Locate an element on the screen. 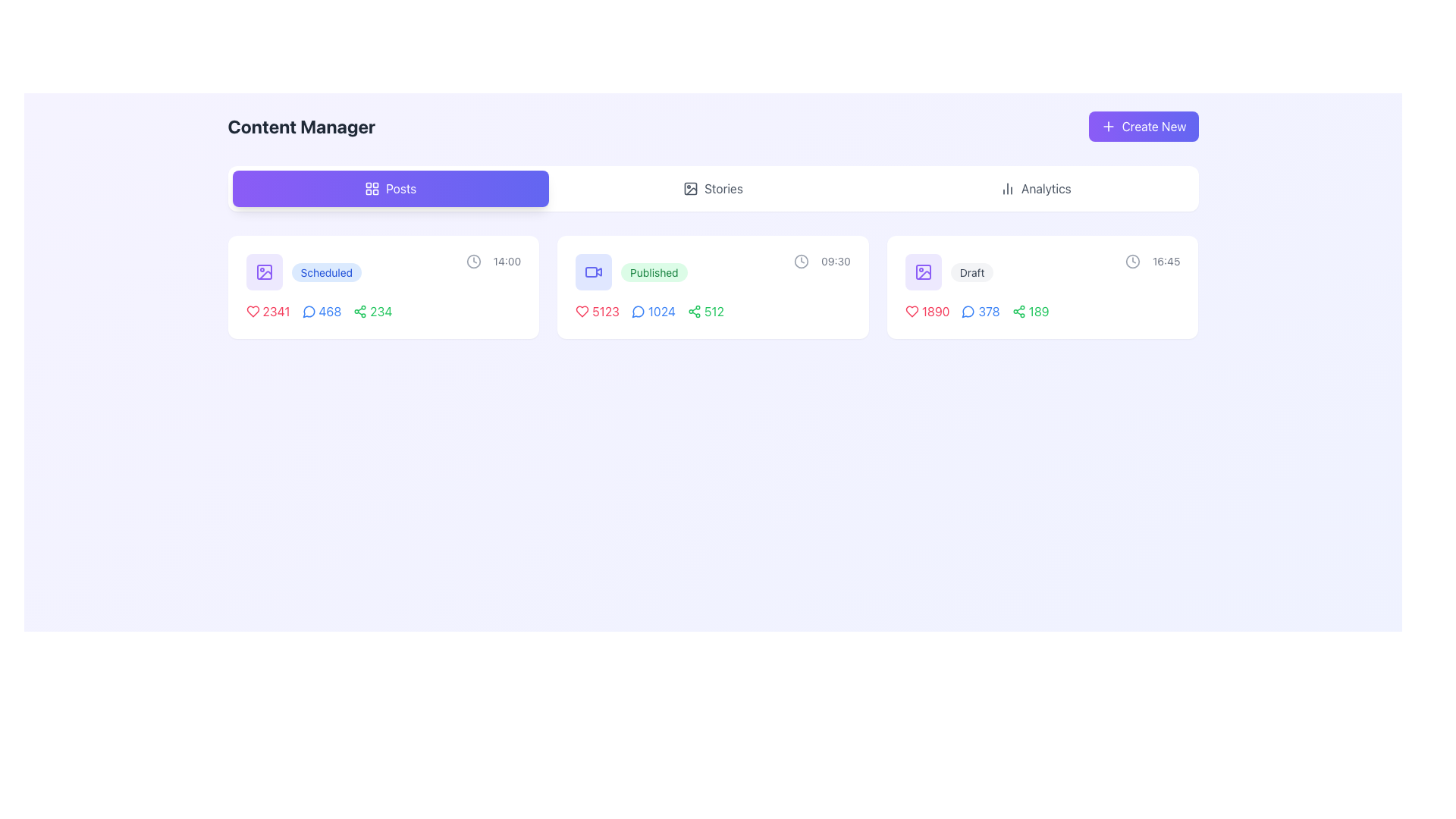  the informational display element featuring a clock icon and the text '09:30', located under the 'Published' section as the last item in the horizontal arrangement is located at coordinates (821, 260).